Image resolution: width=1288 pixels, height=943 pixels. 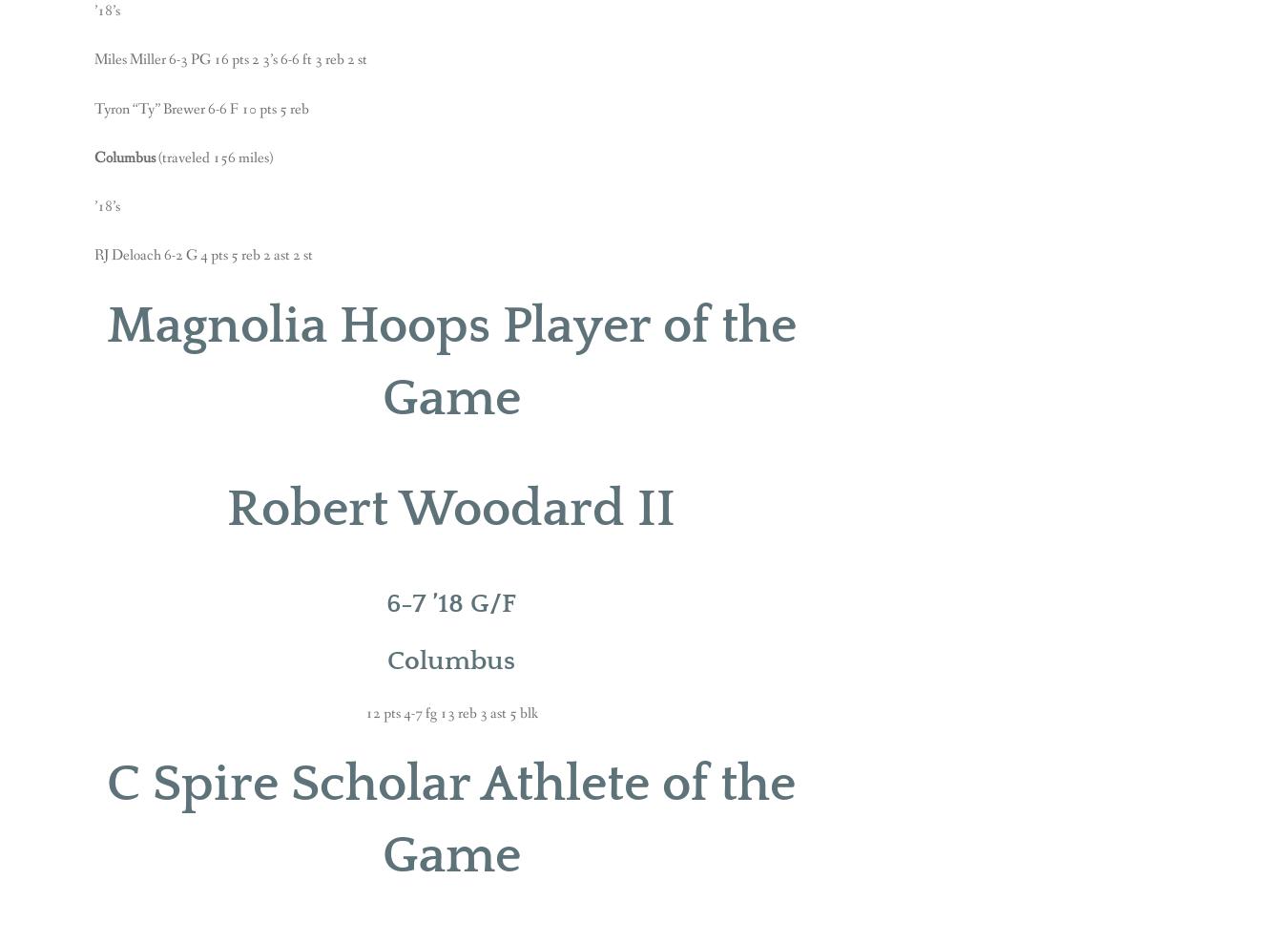 I want to click on 'C Spire Scholar Athlete of the Game', so click(x=450, y=819).